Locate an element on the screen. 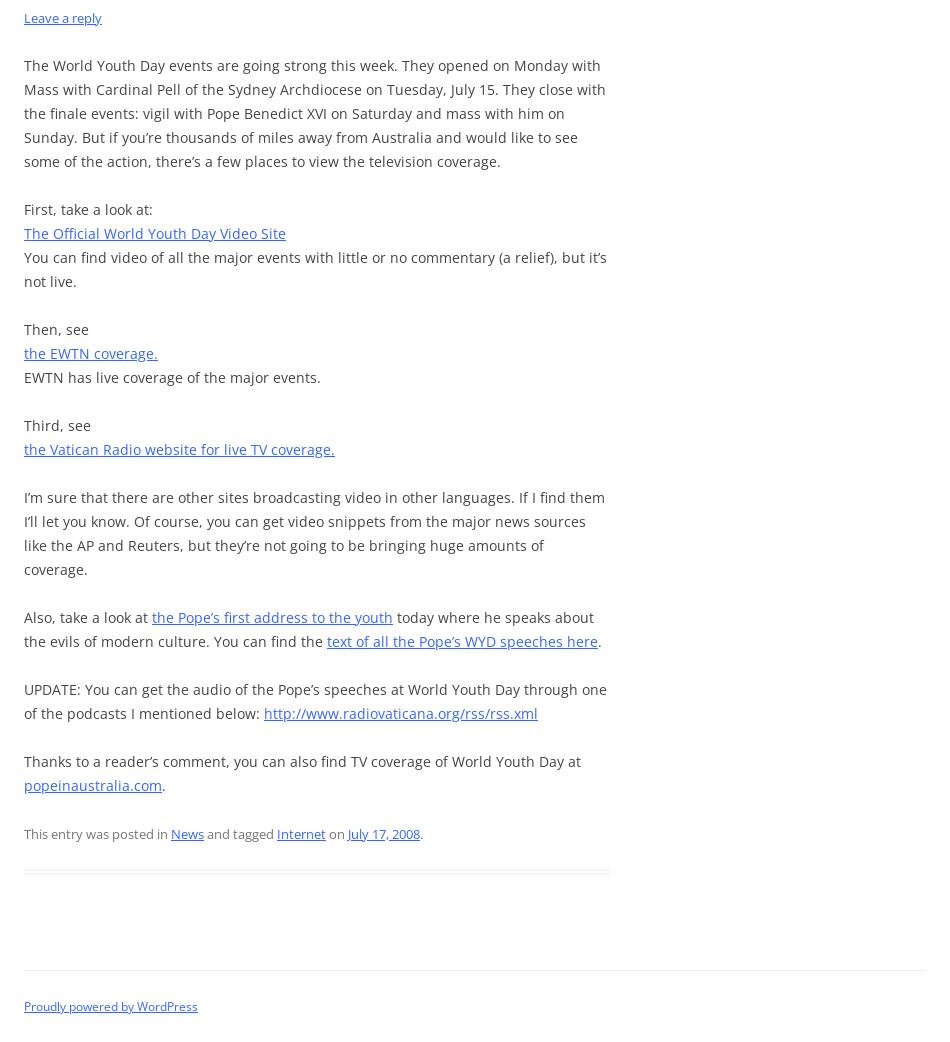 The height and width of the screenshot is (1042, 950). 'Proudly powered by WordPress' is located at coordinates (24, 1006).